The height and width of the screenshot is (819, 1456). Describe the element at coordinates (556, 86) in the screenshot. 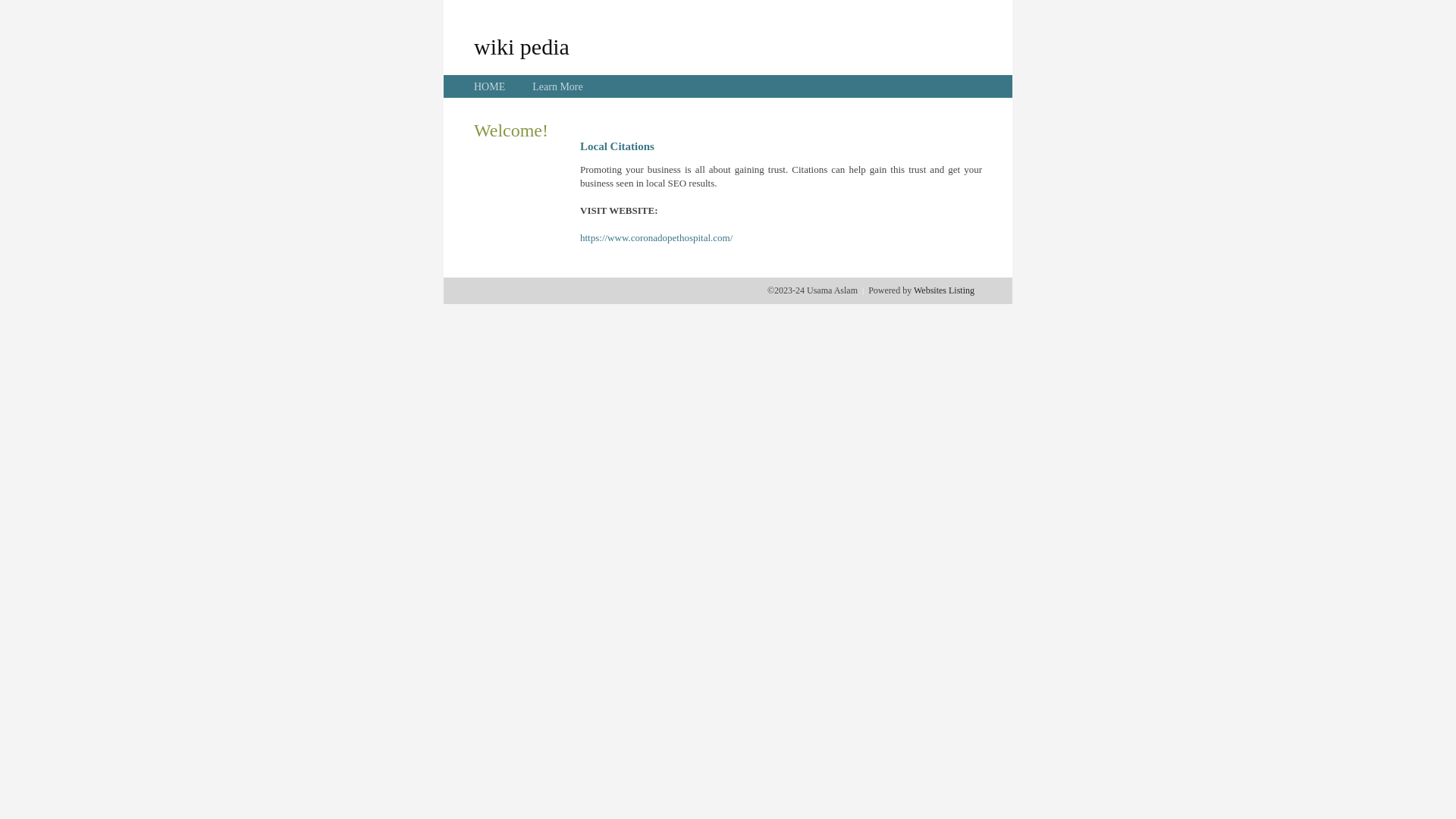

I see `'Learn More'` at that location.